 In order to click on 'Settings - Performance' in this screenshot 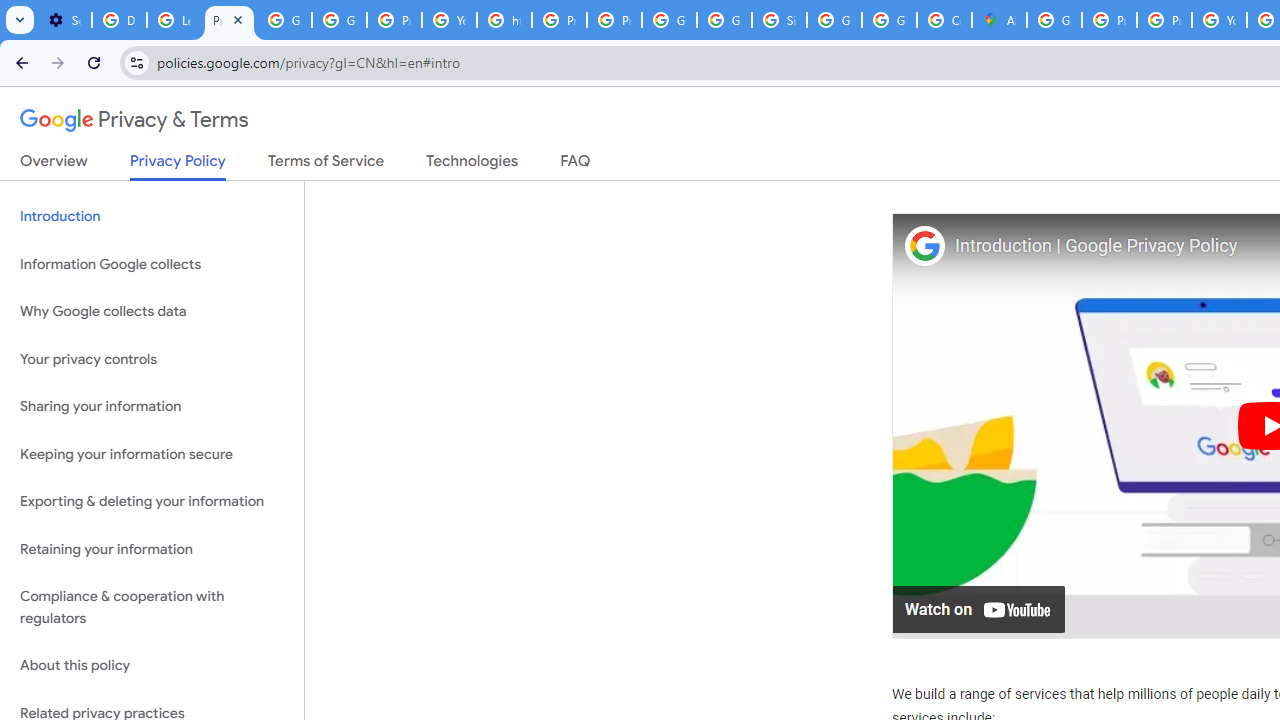, I will do `click(64, 20)`.